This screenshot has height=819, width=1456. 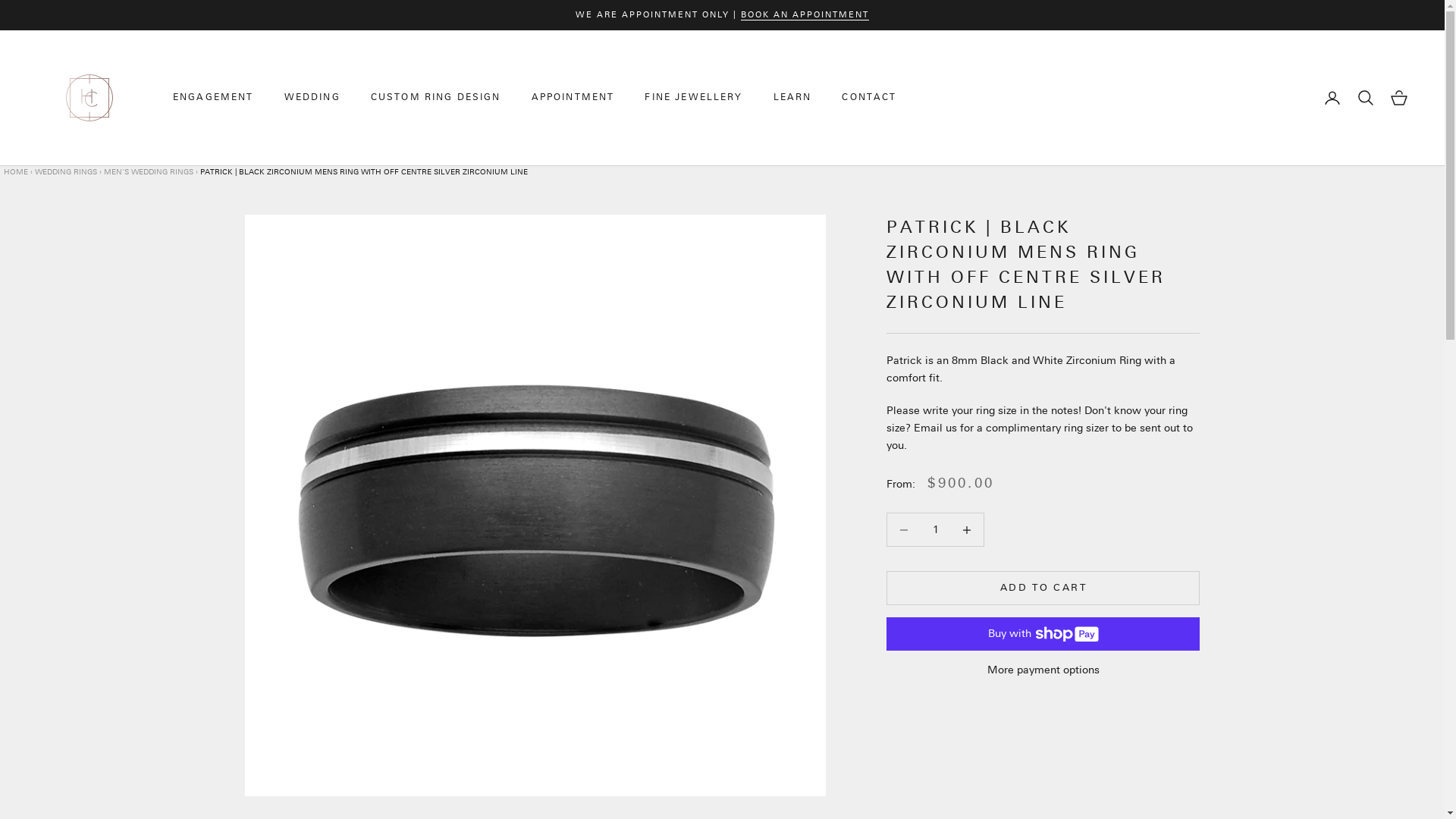 What do you see at coordinates (804, 14) in the screenshot?
I see `'BOOK AN APPOINTMENT'` at bounding box center [804, 14].